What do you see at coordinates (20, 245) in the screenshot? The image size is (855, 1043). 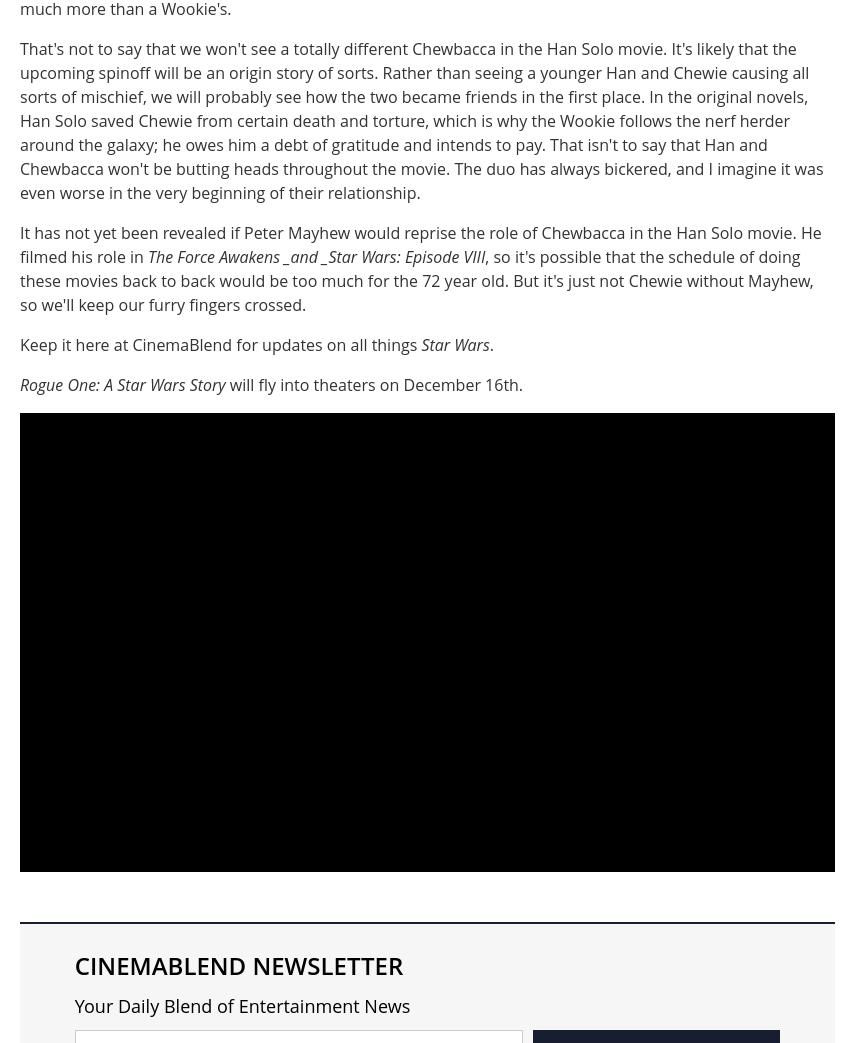 I see `'It has not yet been revealed if Peter Mayhew would reprise the role of Chewbacca in the Han Solo movie. He filmed his role in'` at bounding box center [20, 245].